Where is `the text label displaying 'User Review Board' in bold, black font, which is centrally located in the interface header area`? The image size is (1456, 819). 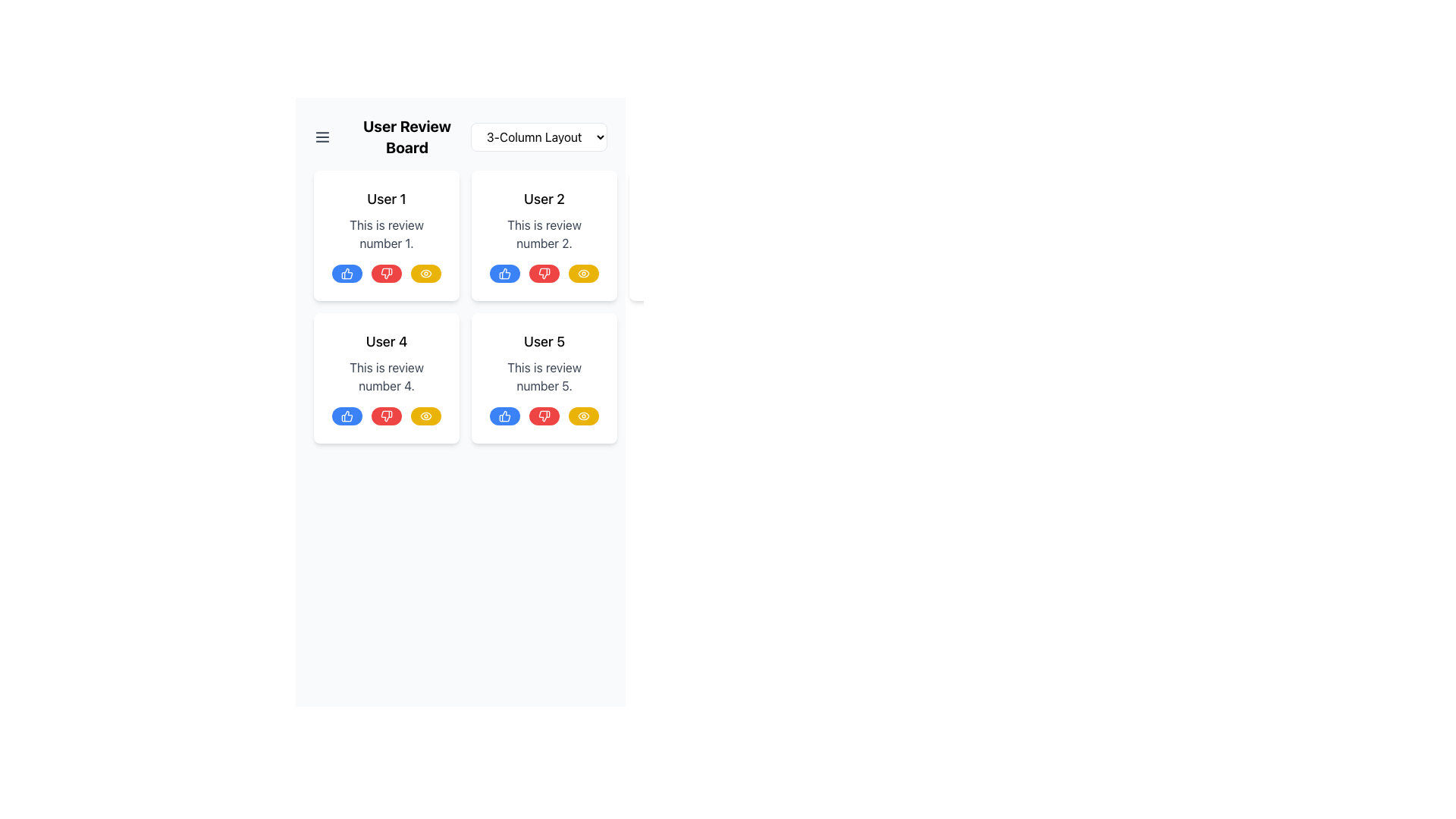 the text label displaying 'User Review Board' in bold, black font, which is centrally located in the interface header area is located at coordinates (407, 137).